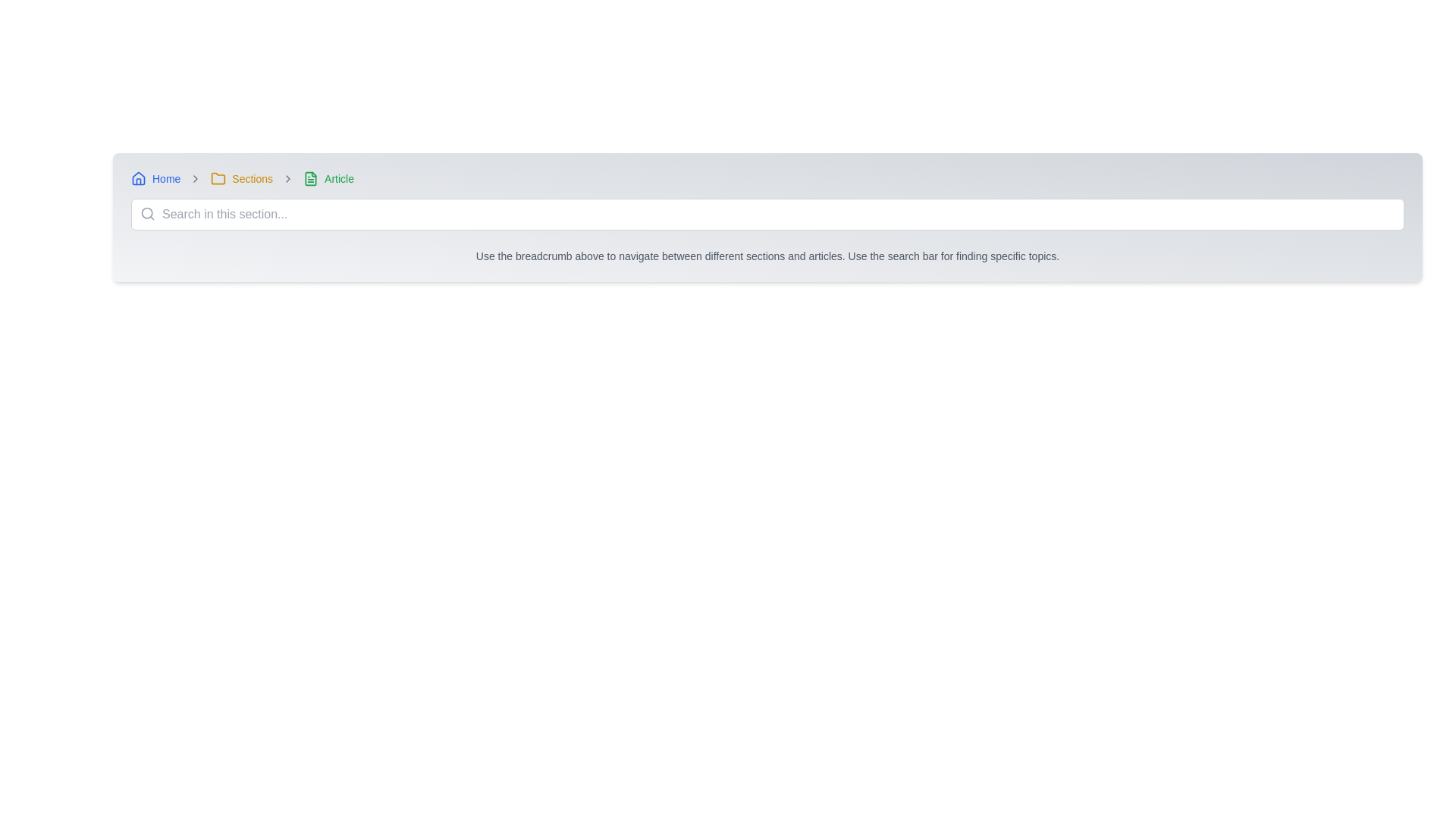  What do you see at coordinates (166, 177) in the screenshot?
I see `the clickable hyperlink located next to the house icon in the breadcrumb navigation bar` at bounding box center [166, 177].